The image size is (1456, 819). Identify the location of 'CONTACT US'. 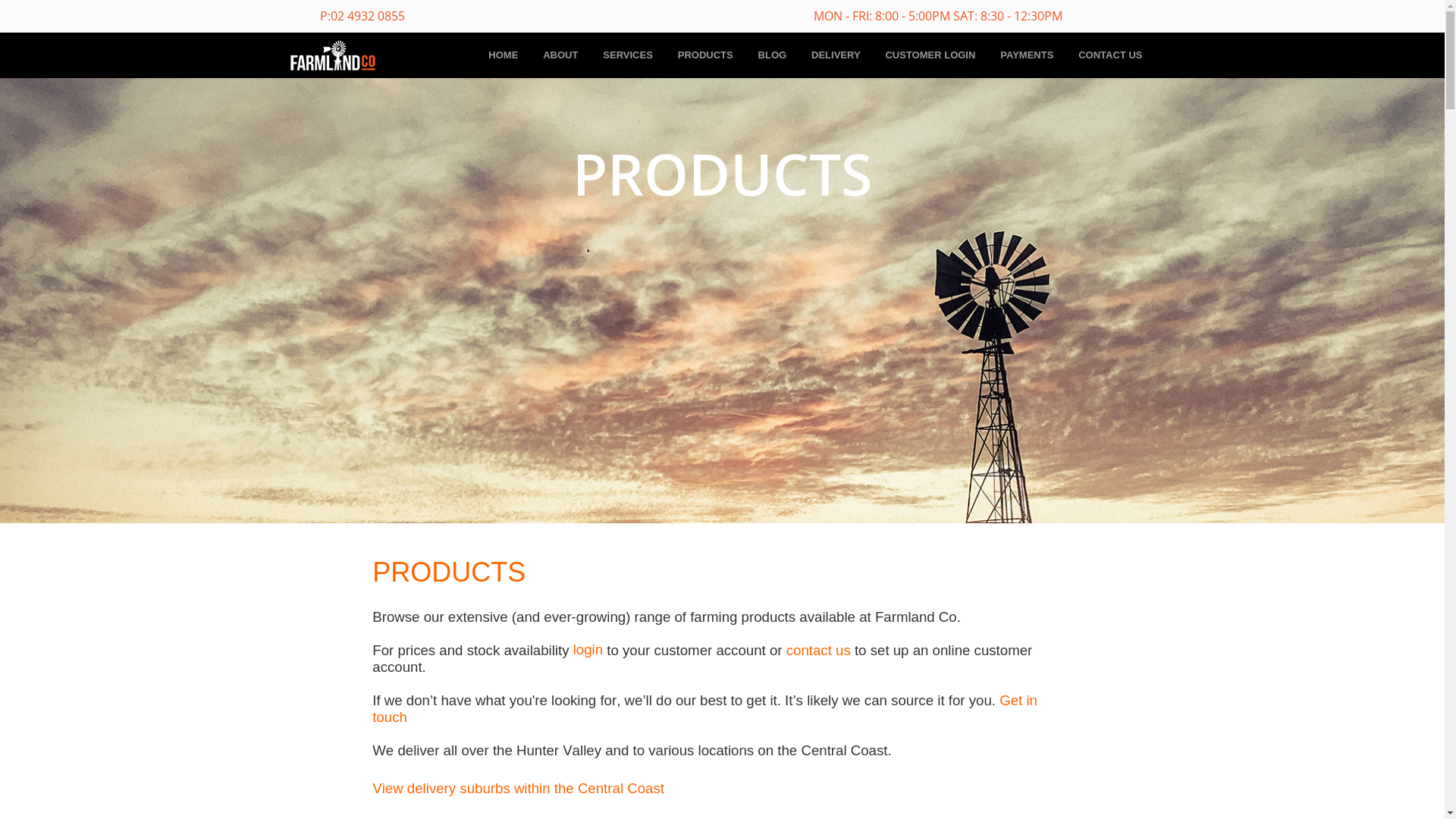
(1110, 55).